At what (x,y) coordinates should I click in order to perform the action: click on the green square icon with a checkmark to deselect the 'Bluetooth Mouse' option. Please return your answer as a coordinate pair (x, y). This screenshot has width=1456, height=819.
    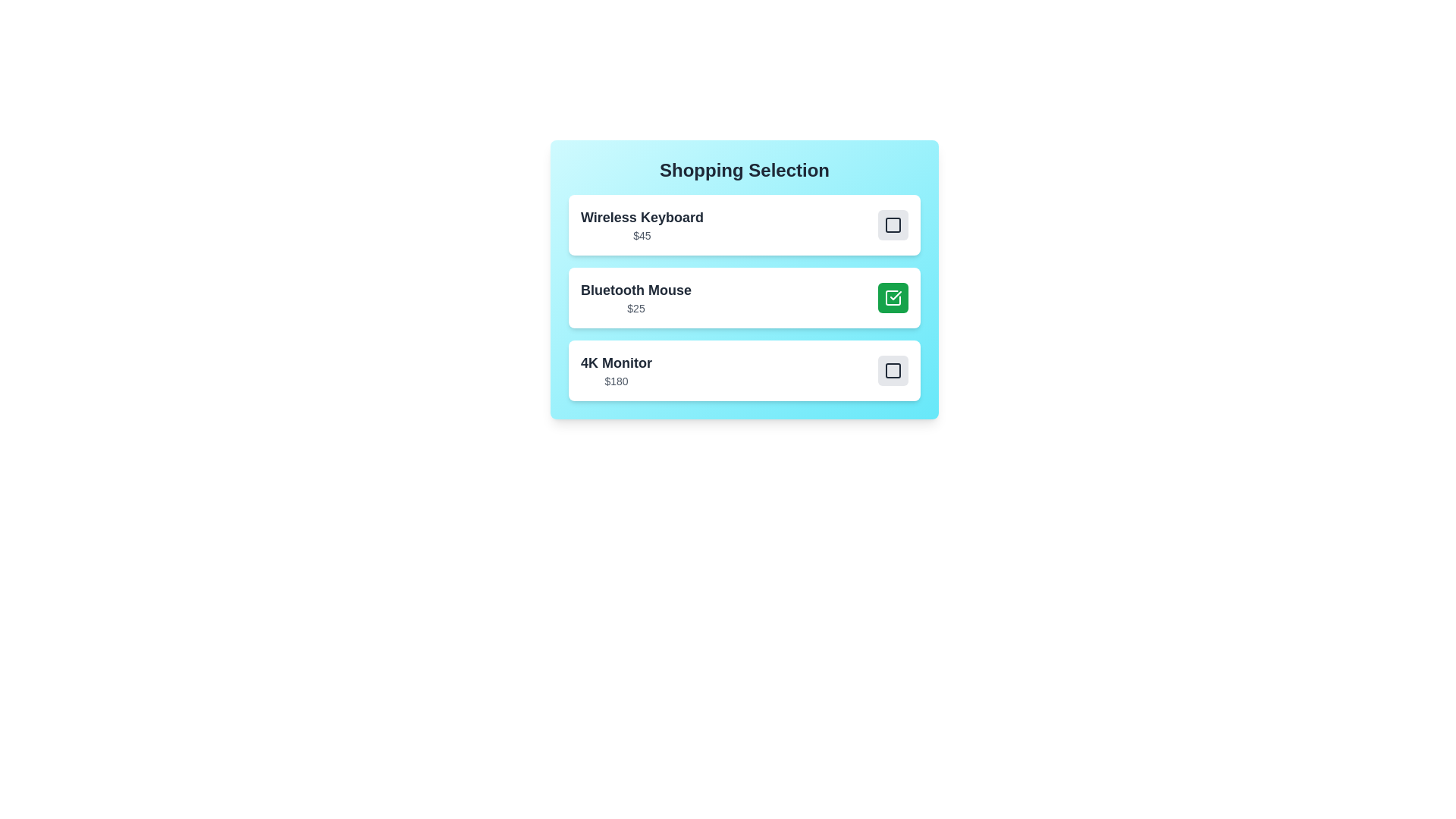
    Looking at the image, I should click on (893, 298).